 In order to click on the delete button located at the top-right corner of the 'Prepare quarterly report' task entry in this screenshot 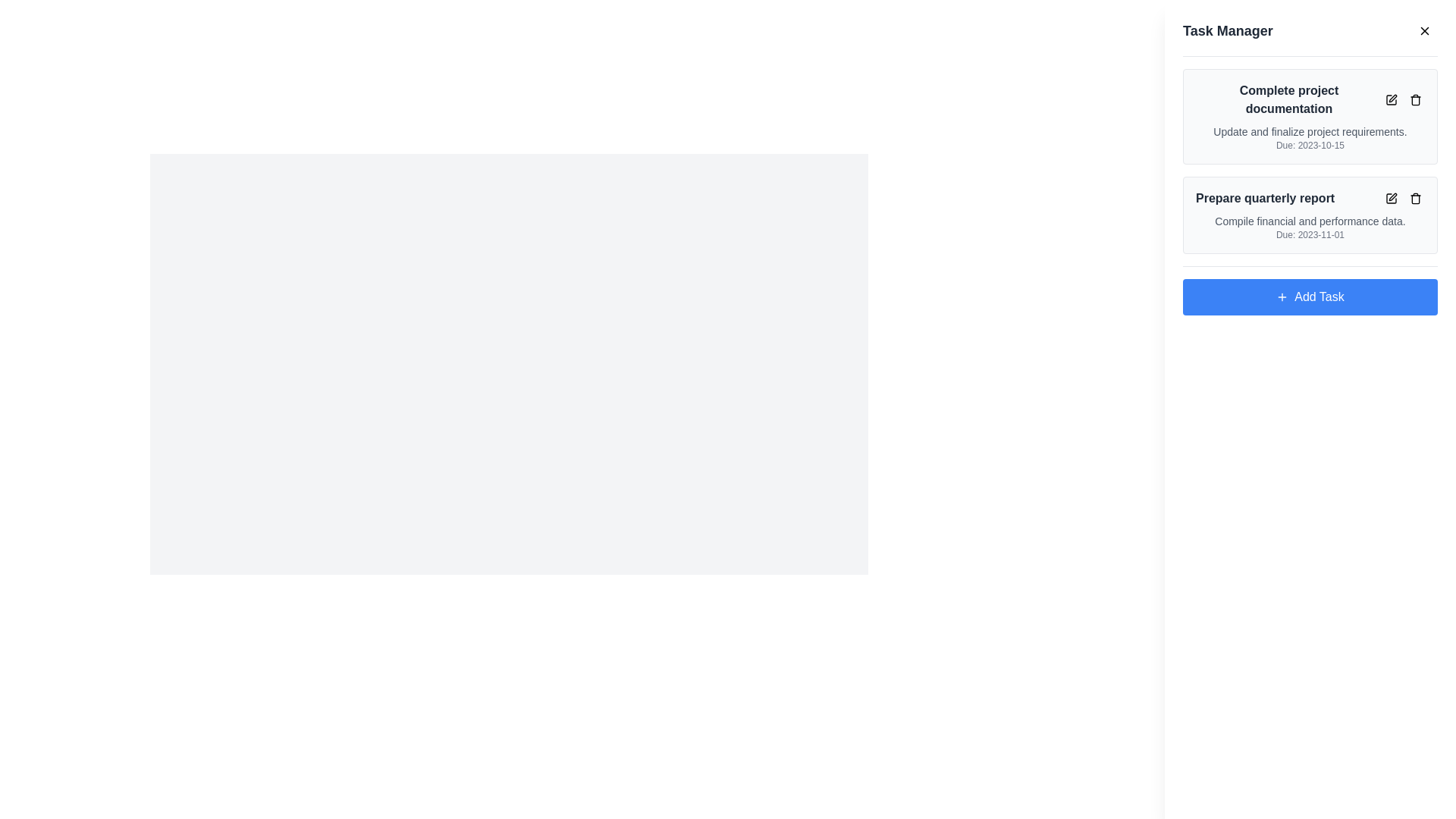, I will do `click(1415, 198)`.